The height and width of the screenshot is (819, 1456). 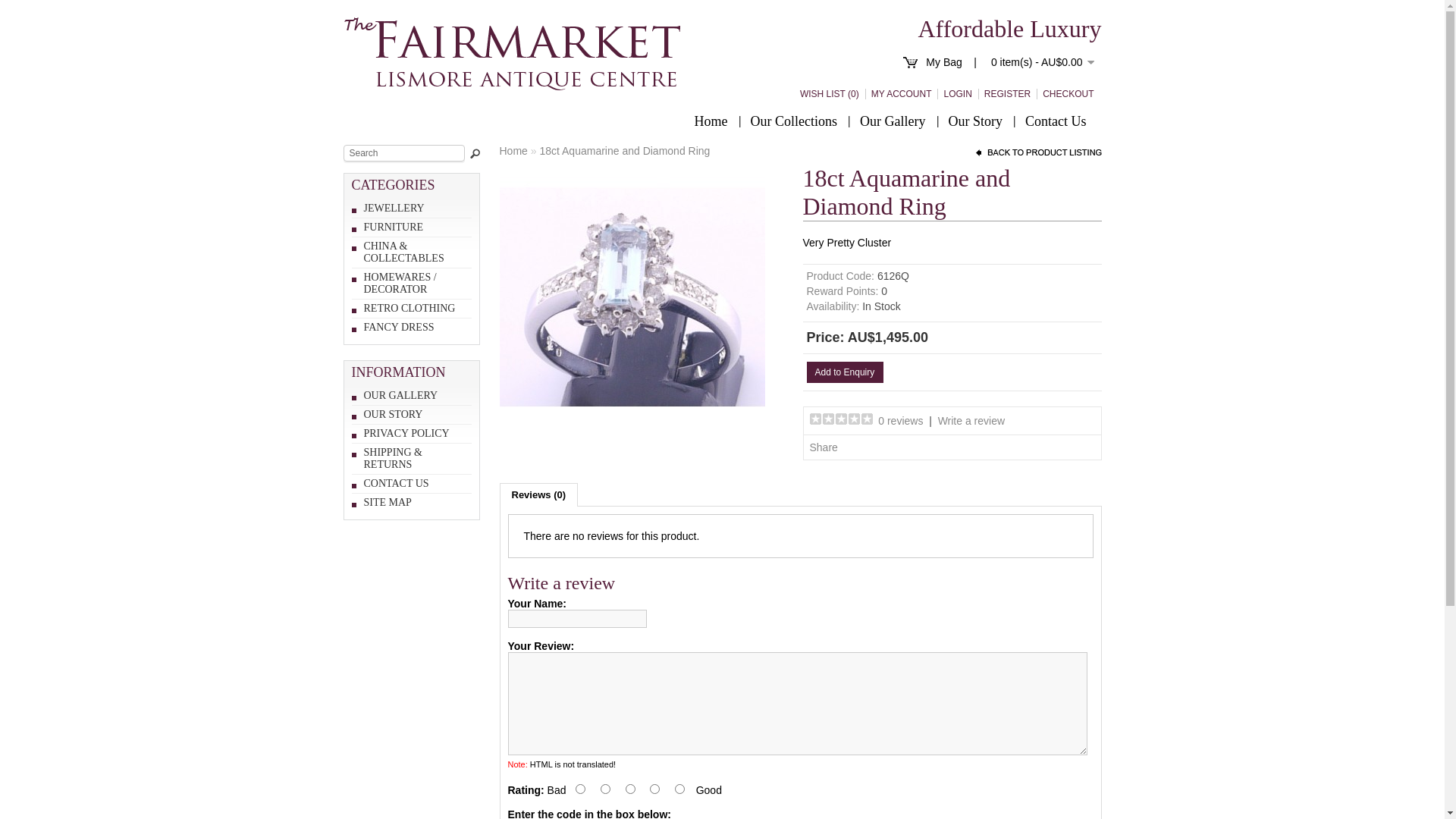 I want to click on 'Add to Enquiry', so click(x=806, y=372).